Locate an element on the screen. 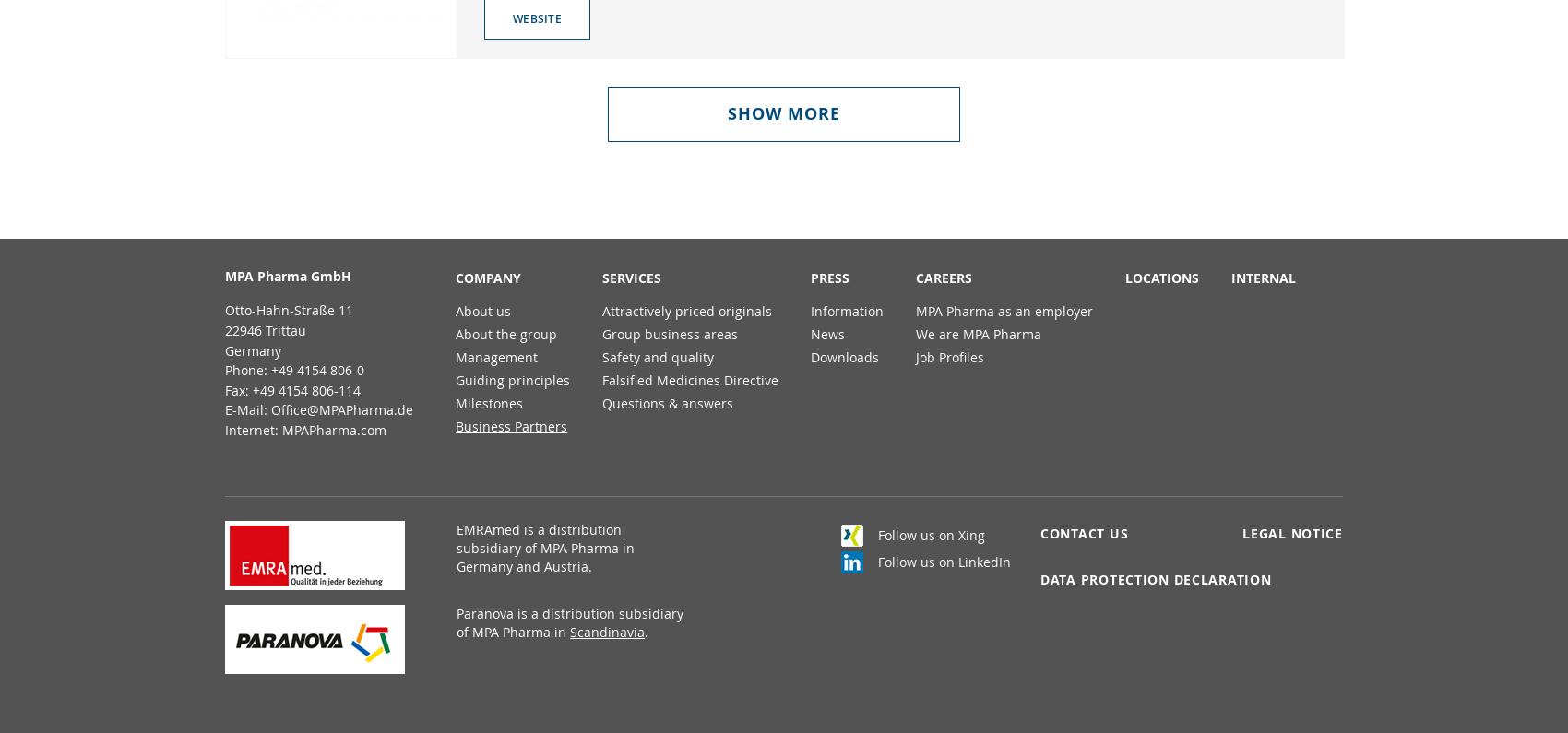 The width and height of the screenshot is (1568, 733). 'Follow us on LinkedIn' is located at coordinates (943, 560).